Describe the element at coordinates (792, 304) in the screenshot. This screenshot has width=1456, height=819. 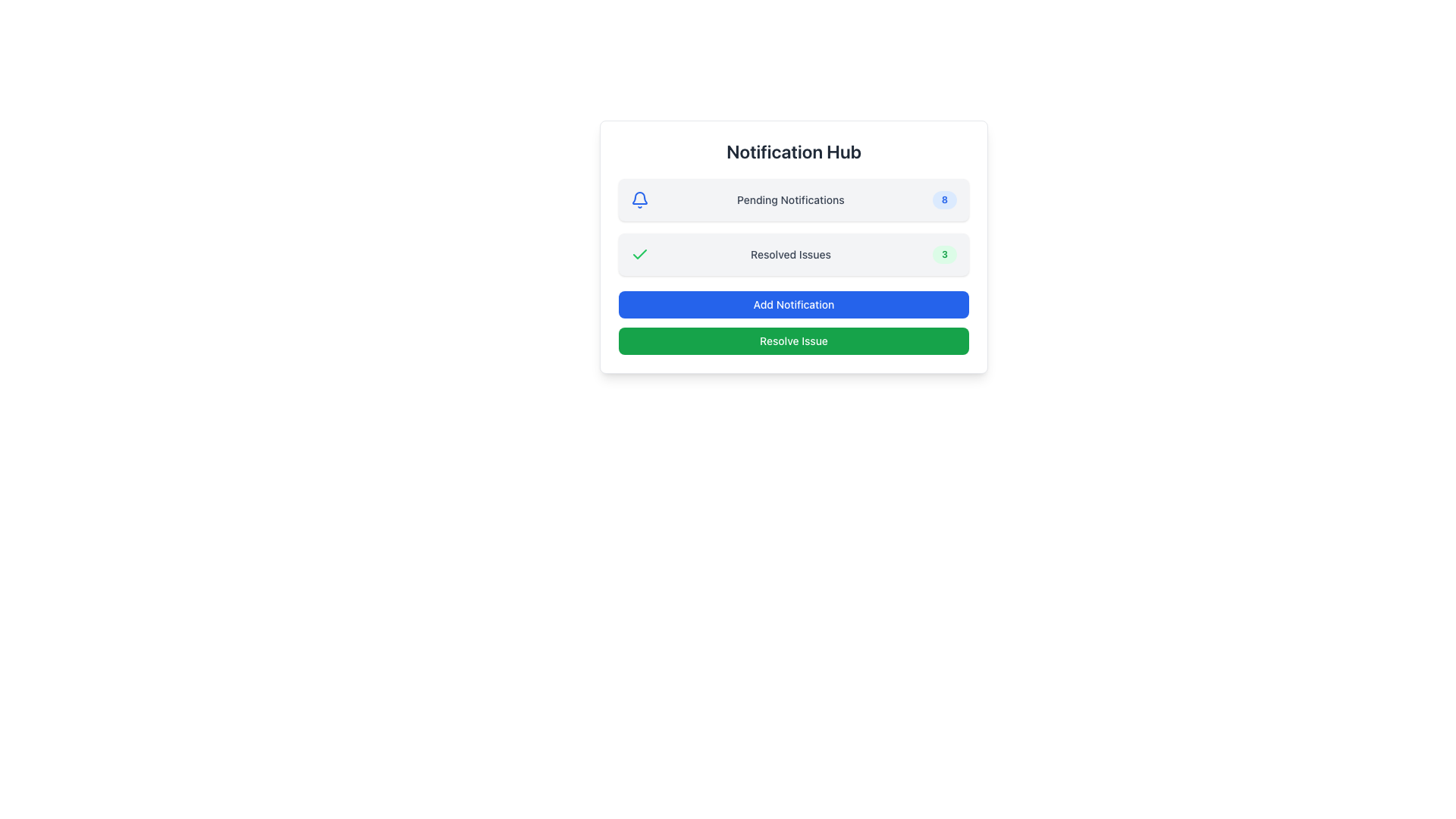
I see `the 'Add Notification' button` at that location.